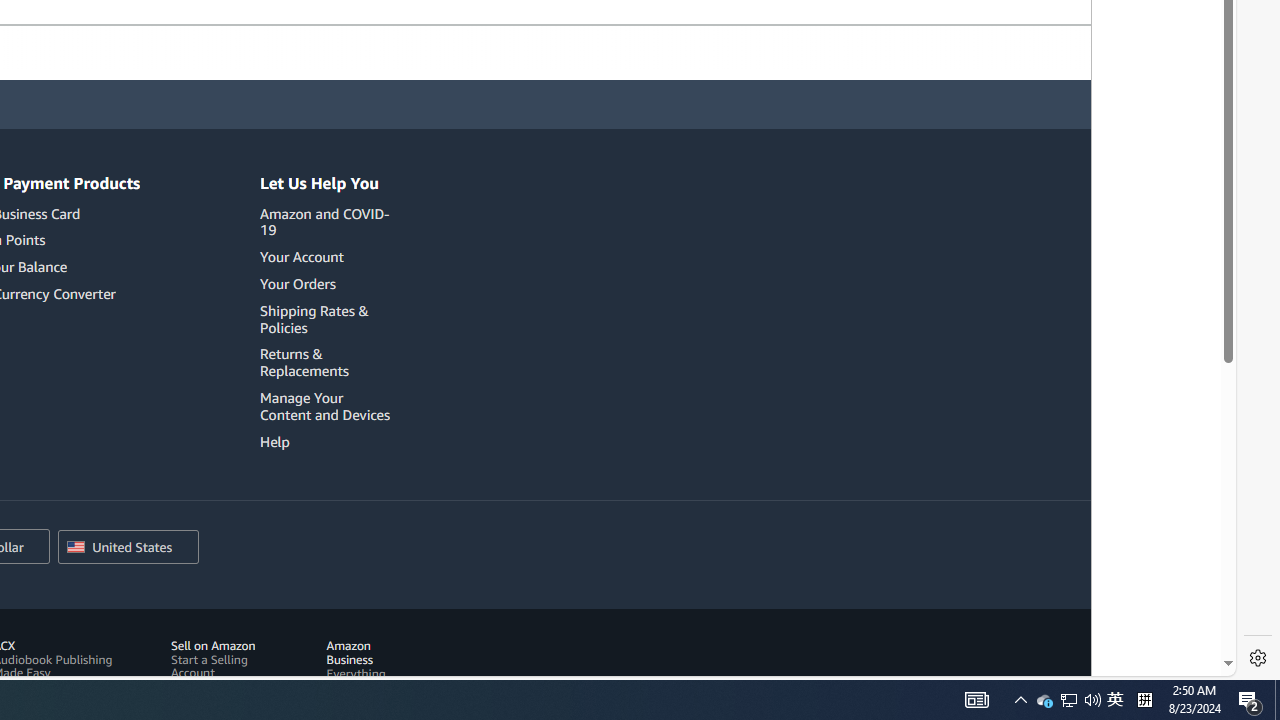 The width and height of the screenshot is (1280, 720). I want to click on 'Choose a country/region for shopping.', so click(127, 547).